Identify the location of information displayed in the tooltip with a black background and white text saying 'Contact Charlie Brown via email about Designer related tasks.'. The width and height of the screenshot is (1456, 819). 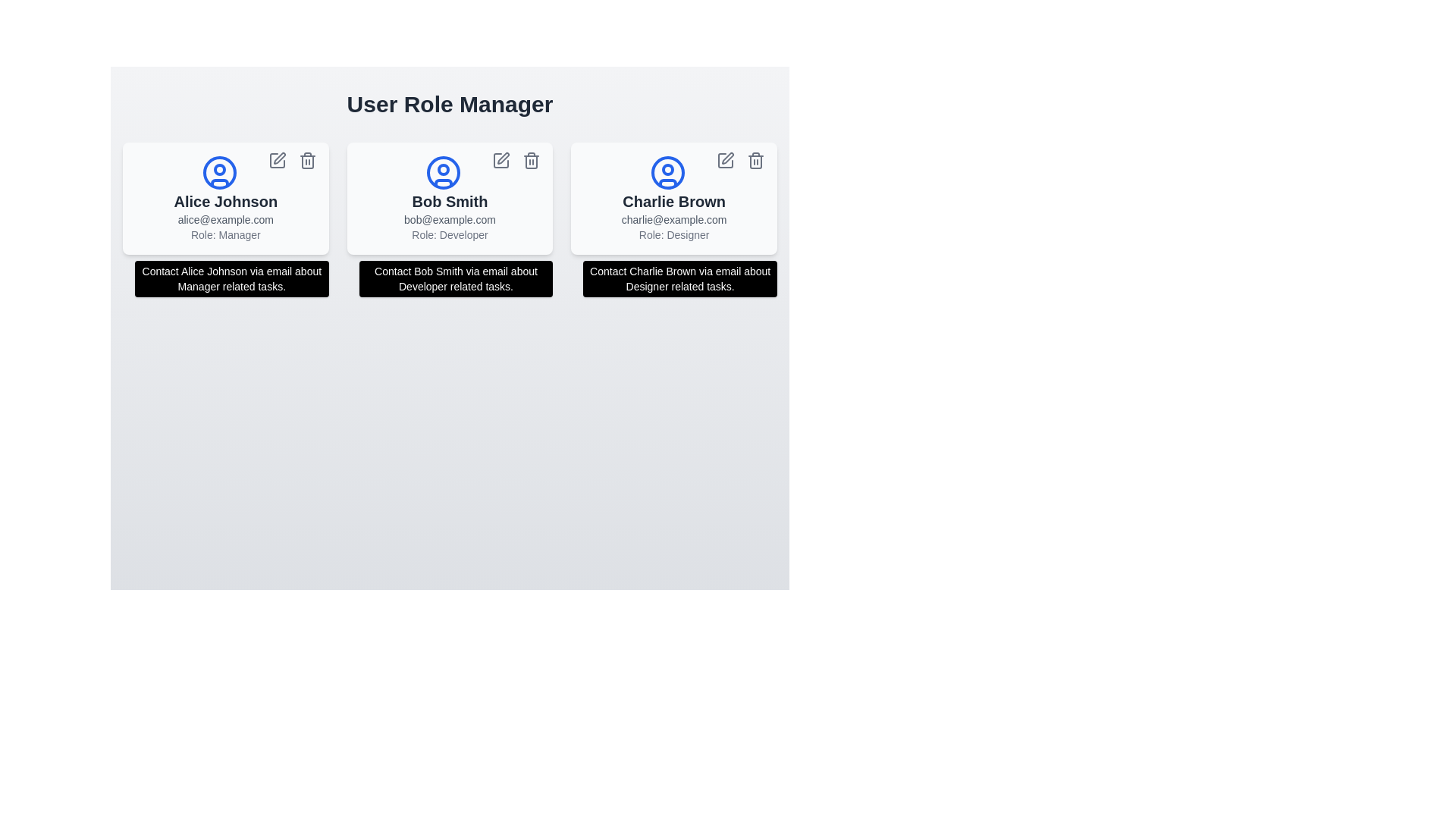
(679, 278).